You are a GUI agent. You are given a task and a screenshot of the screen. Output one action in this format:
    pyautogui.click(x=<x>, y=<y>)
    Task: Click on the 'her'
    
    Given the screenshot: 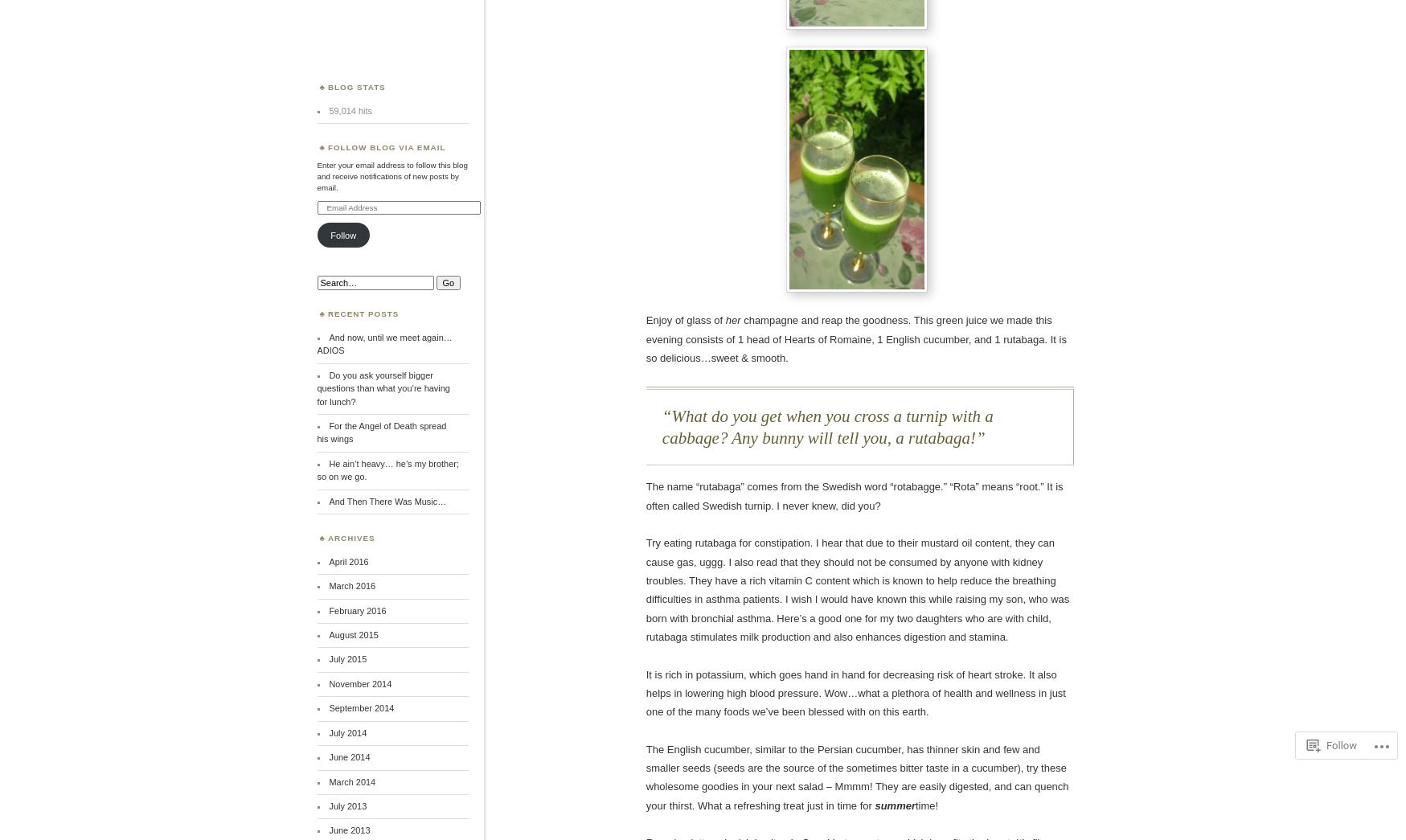 What is the action you would take?
    pyautogui.click(x=732, y=319)
    